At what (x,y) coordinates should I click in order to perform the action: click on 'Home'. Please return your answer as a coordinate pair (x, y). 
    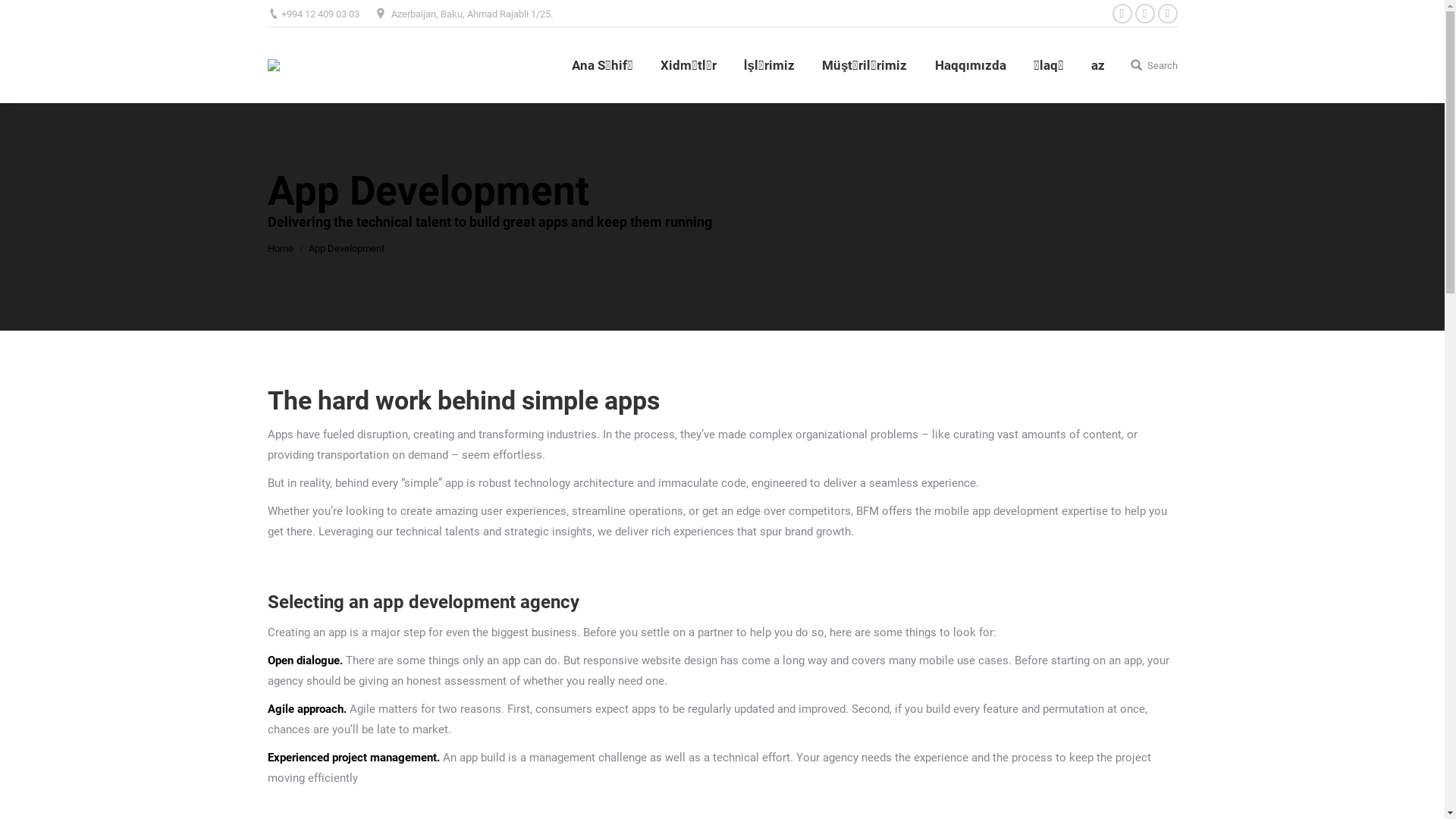
    Looking at the image, I should click on (280, 247).